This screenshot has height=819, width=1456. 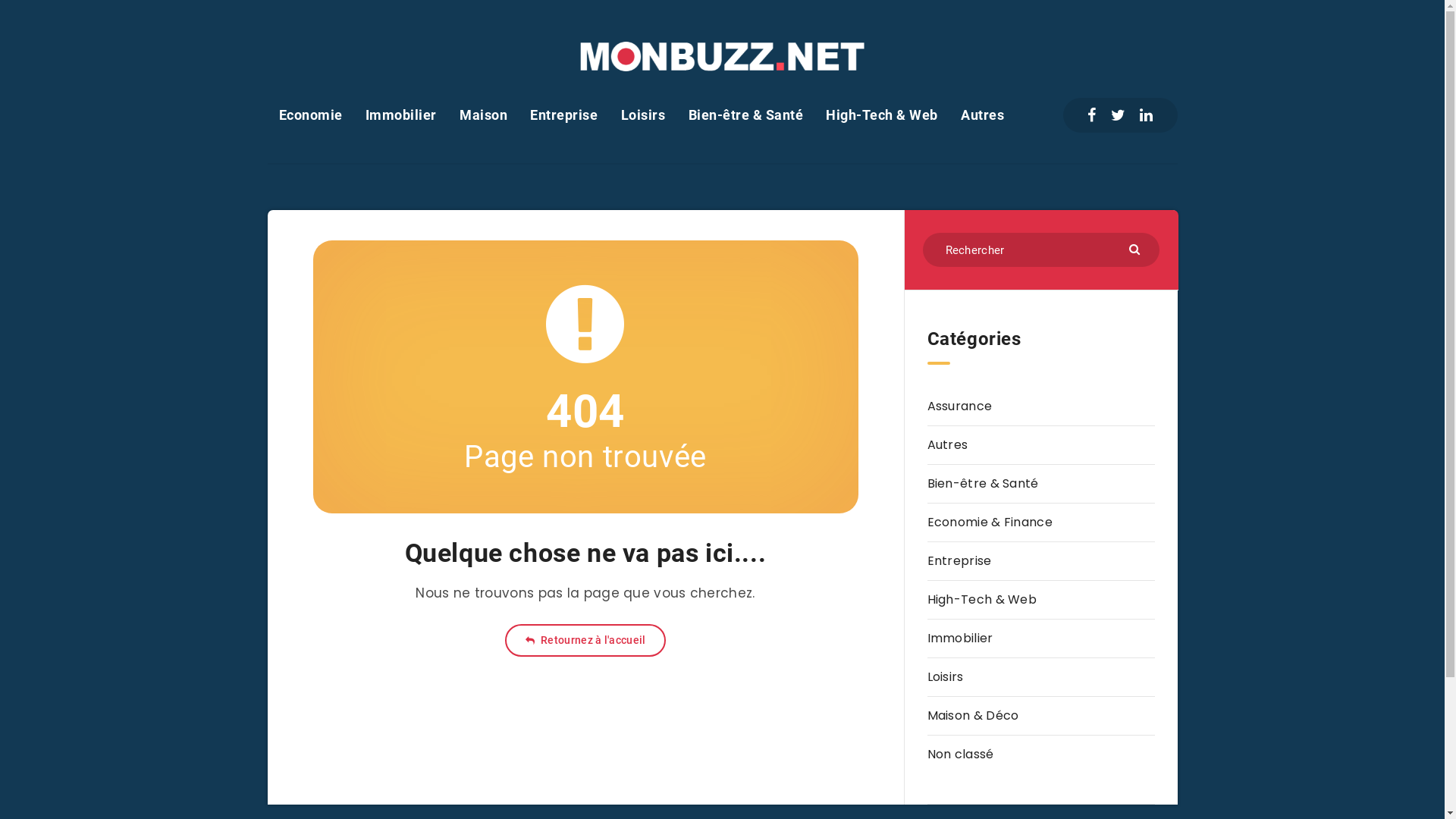 What do you see at coordinates (981, 598) in the screenshot?
I see `'High-Tech & Web'` at bounding box center [981, 598].